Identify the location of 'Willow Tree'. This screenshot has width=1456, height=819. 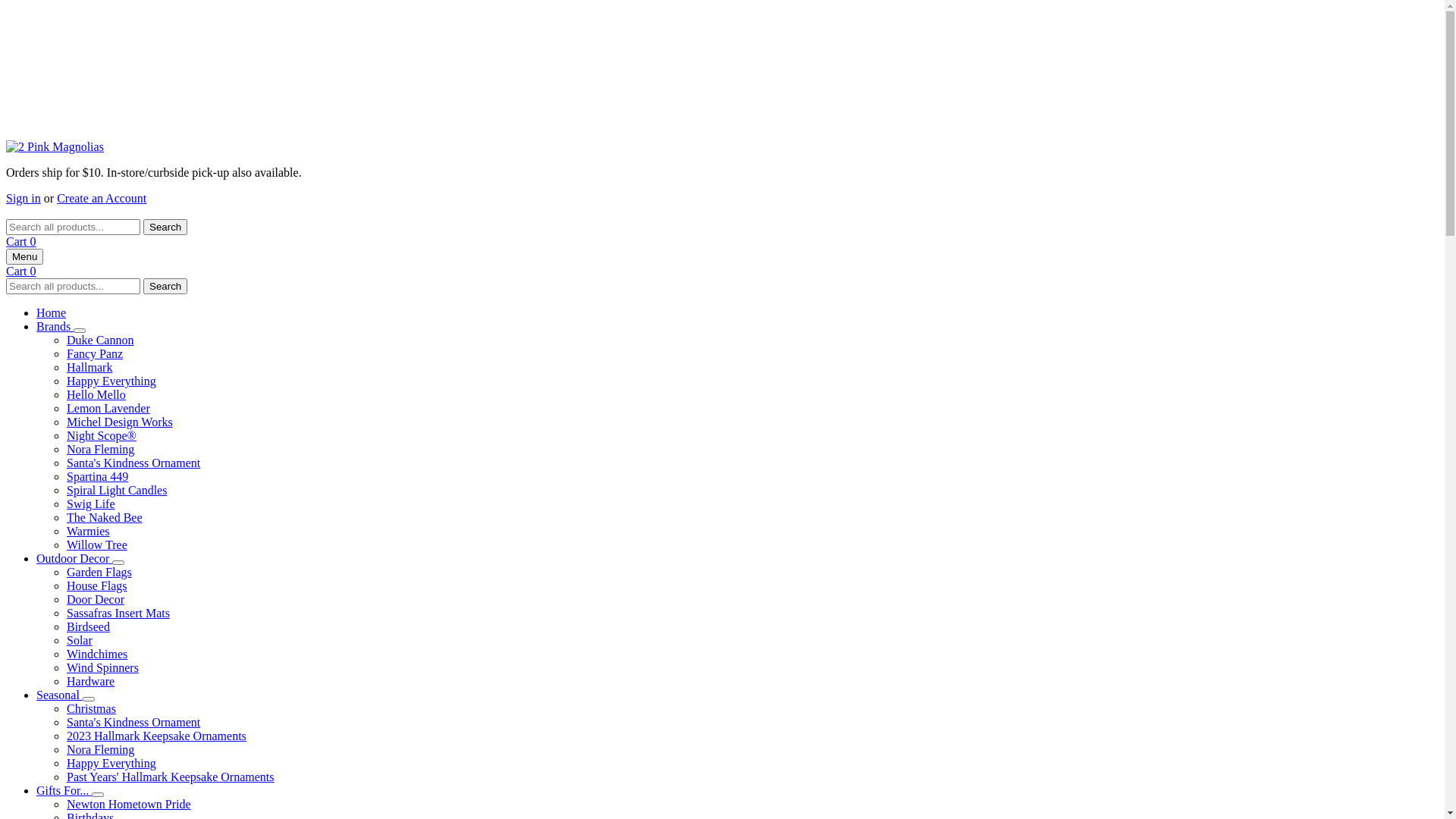
(96, 544).